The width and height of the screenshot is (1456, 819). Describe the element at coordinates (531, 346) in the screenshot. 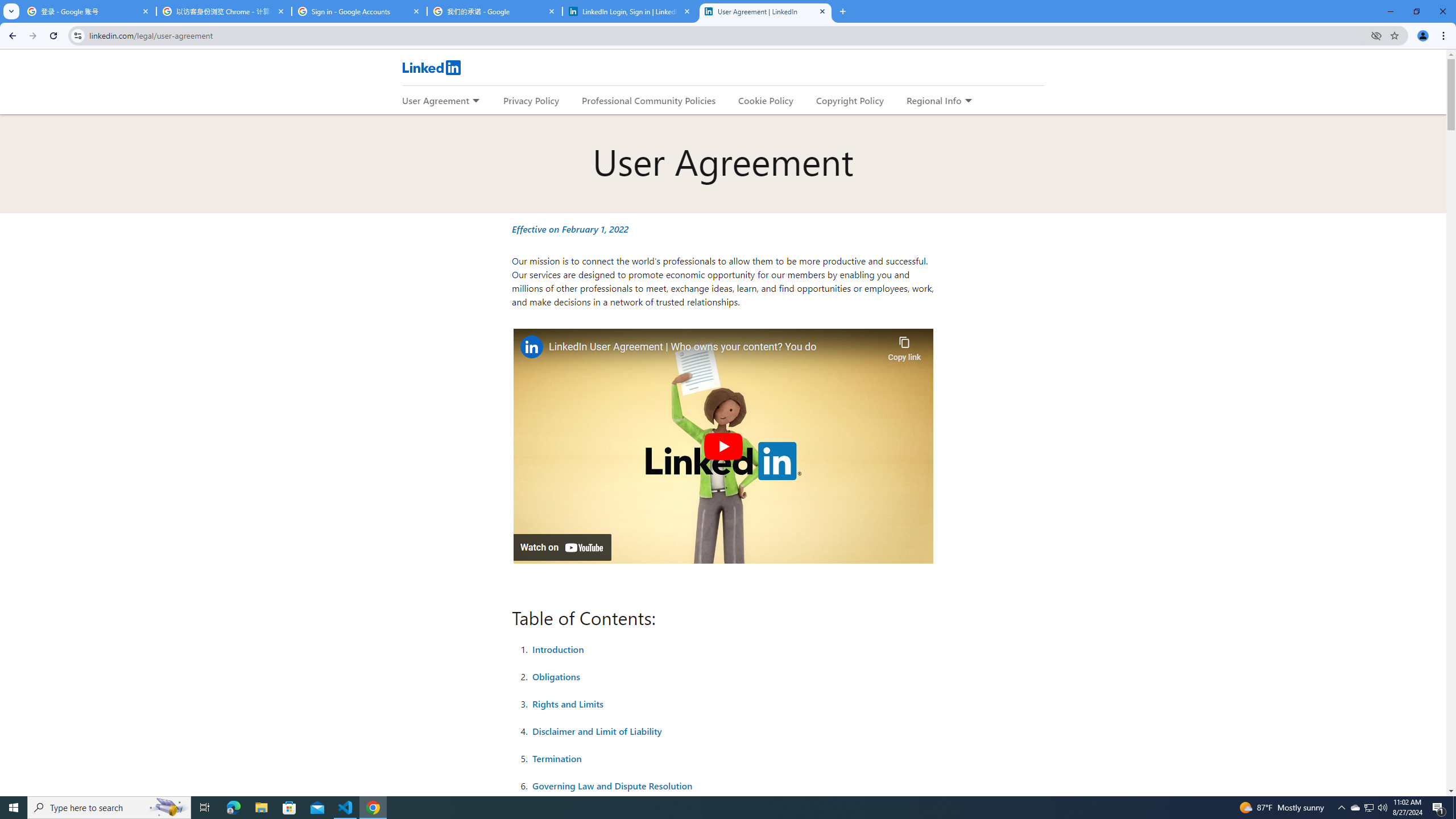

I see `'Photo image of LinkedIn'` at that location.